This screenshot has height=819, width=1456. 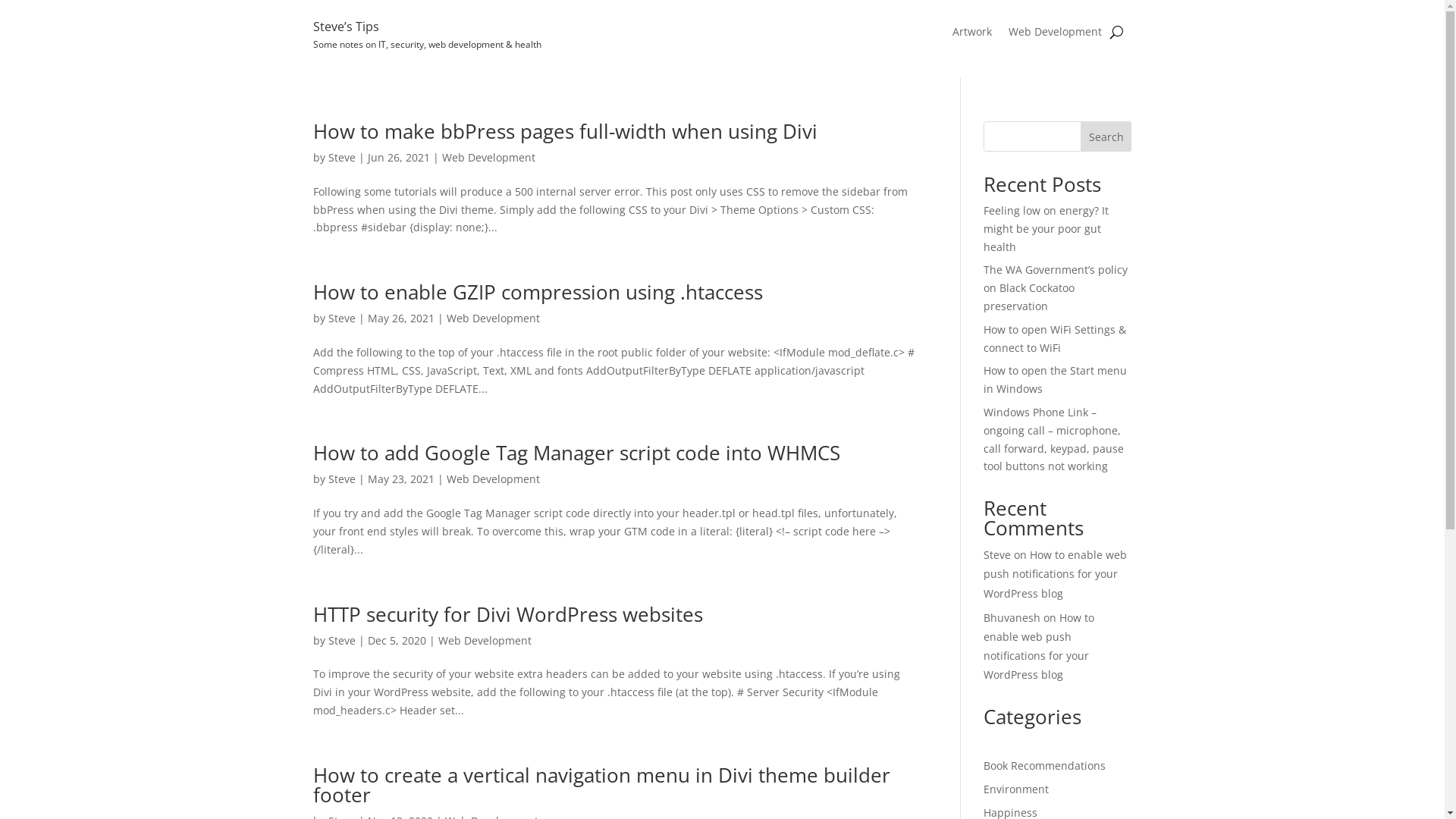 I want to click on 'How to open the Start menu in Windows', so click(x=1054, y=378).